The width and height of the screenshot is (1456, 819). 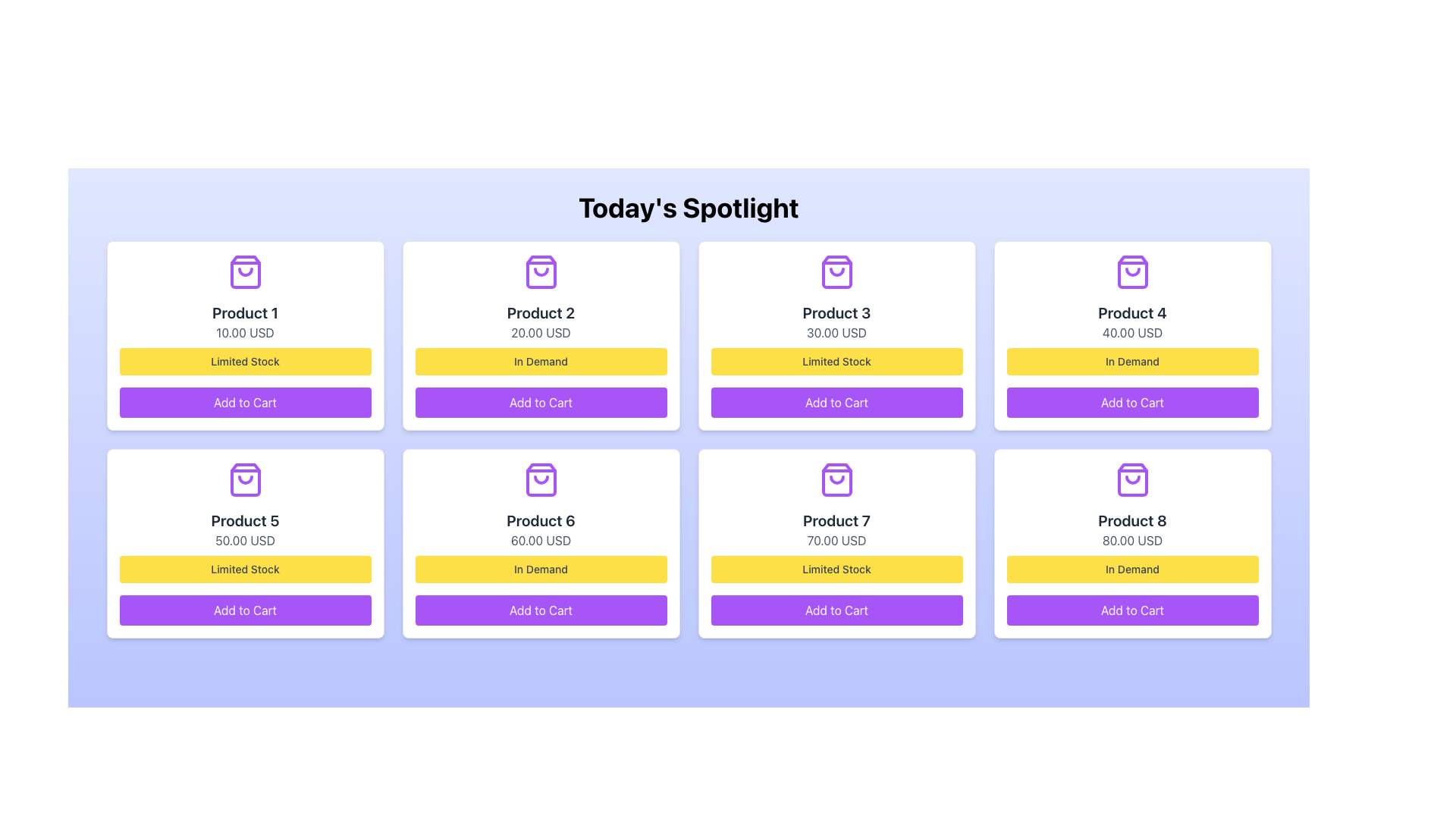 What do you see at coordinates (245, 332) in the screenshot?
I see `the static text label displaying the price '10.00 USD' located underneath the product name in the product card labeled 'Product 1'` at bounding box center [245, 332].